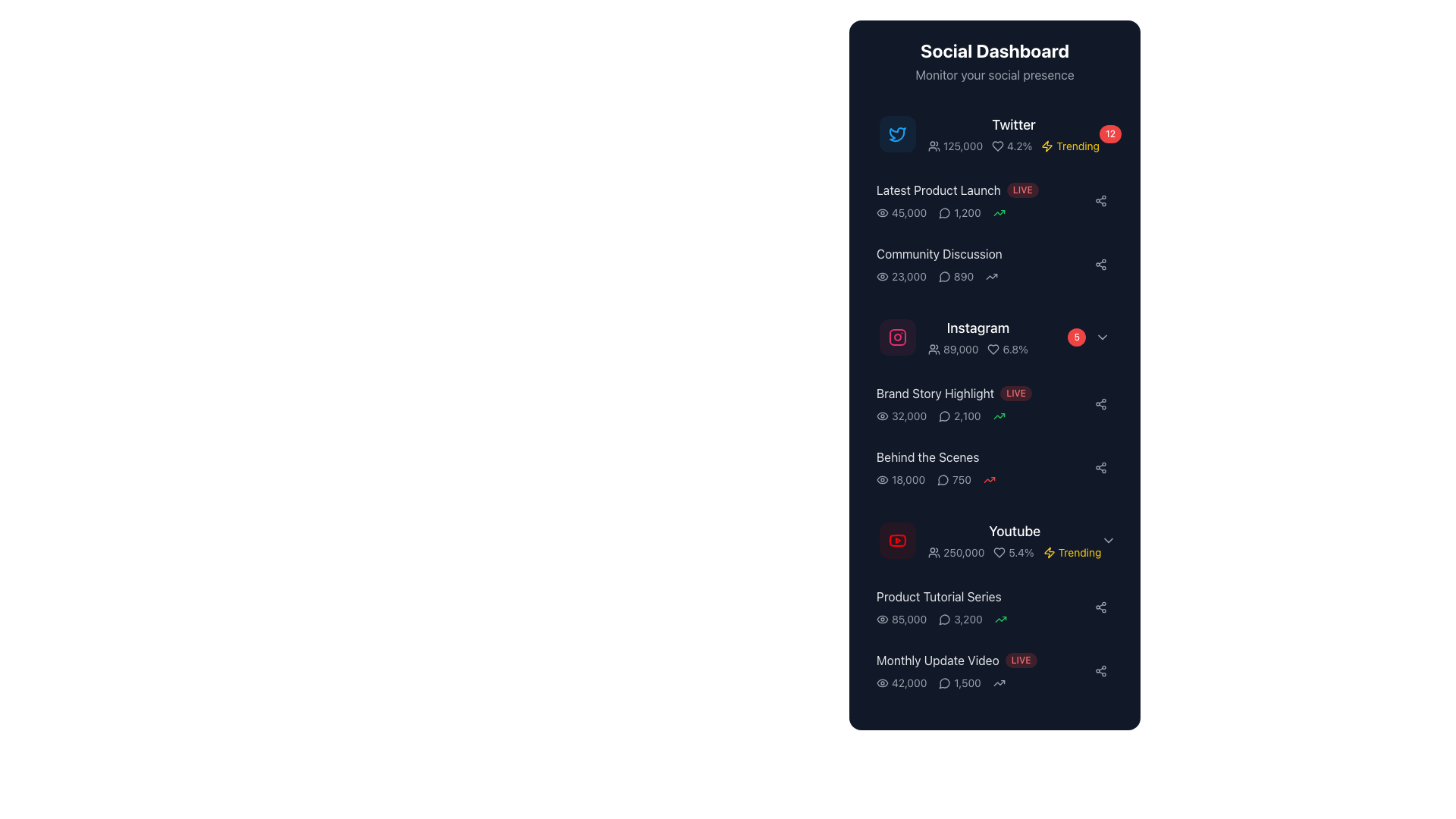  Describe the element at coordinates (998, 146) in the screenshot. I see `the heart-shaped icon used to signify likes or favorites, located to the right of the 'Instagram' text in the Social Dashboard` at that location.